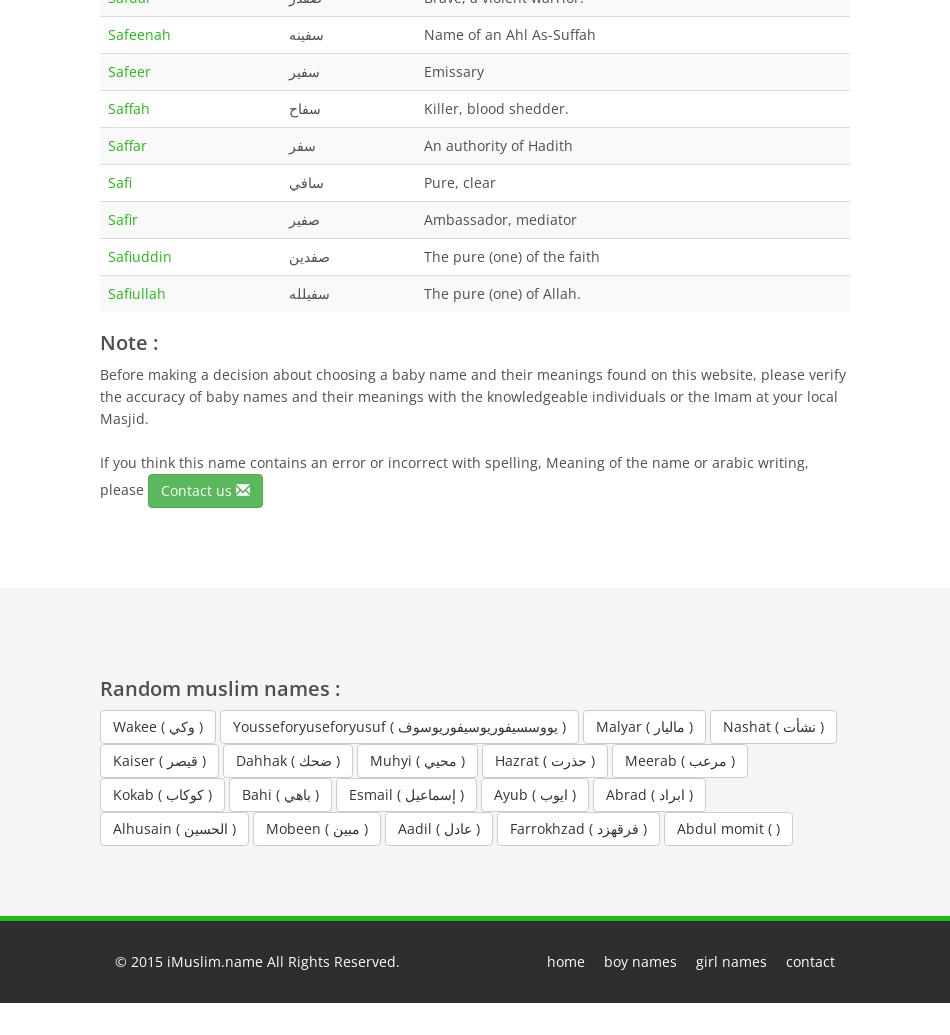  What do you see at coordinates (157, 724) in the screenshot?
I see `'Wakee ( وكي )'` at bounding box center [157, 724].